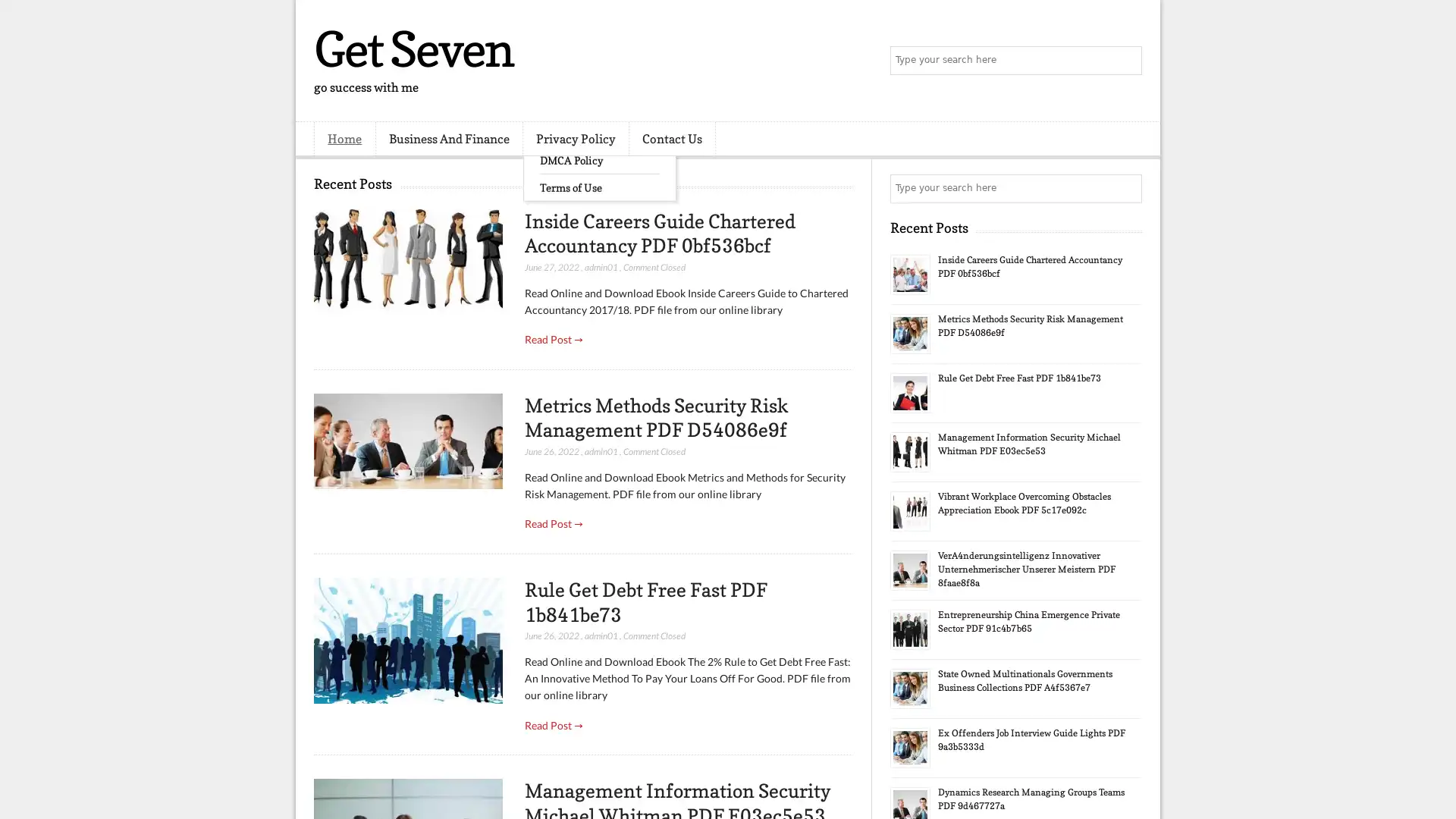 The height and width of the screenshot is (819, 1456). I want to click on Search, so click(1126, 61).